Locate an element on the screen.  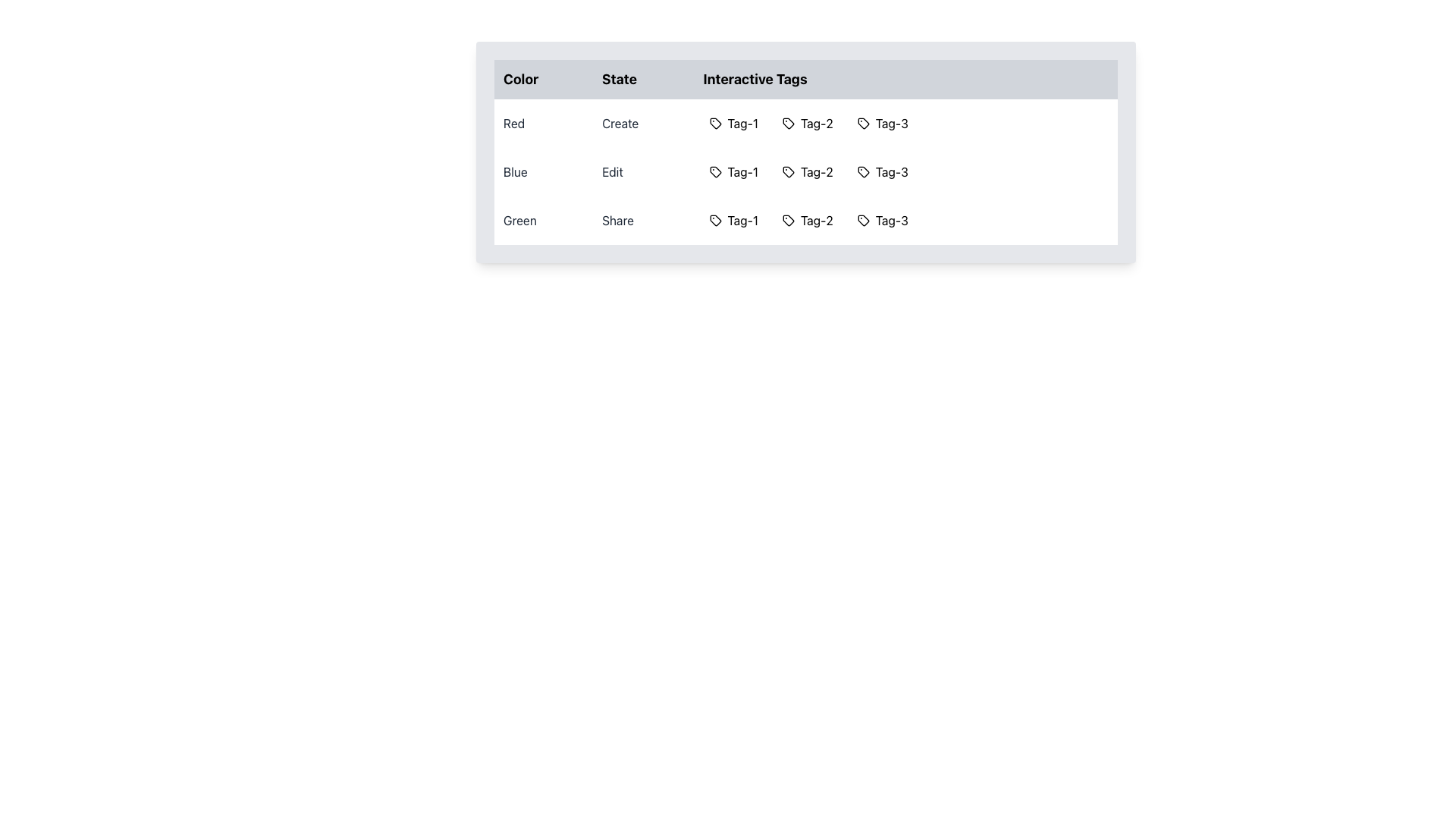
the third green tag icon in the 'Interactive Tags' column corresponding to the 'Share' state is located at coordinates (863, 220).